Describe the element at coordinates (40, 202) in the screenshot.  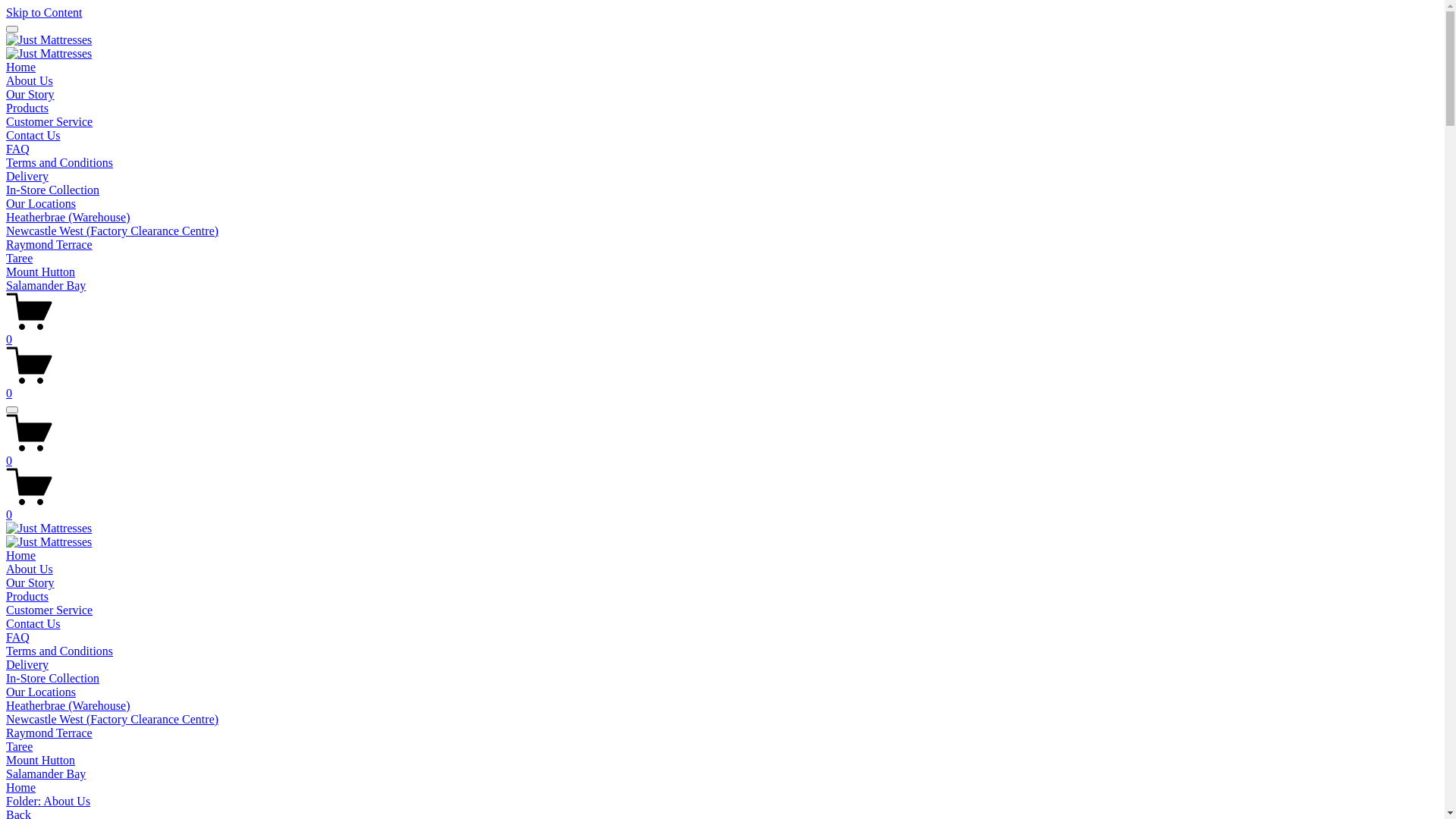
I see `'Our Locations'` at that location.